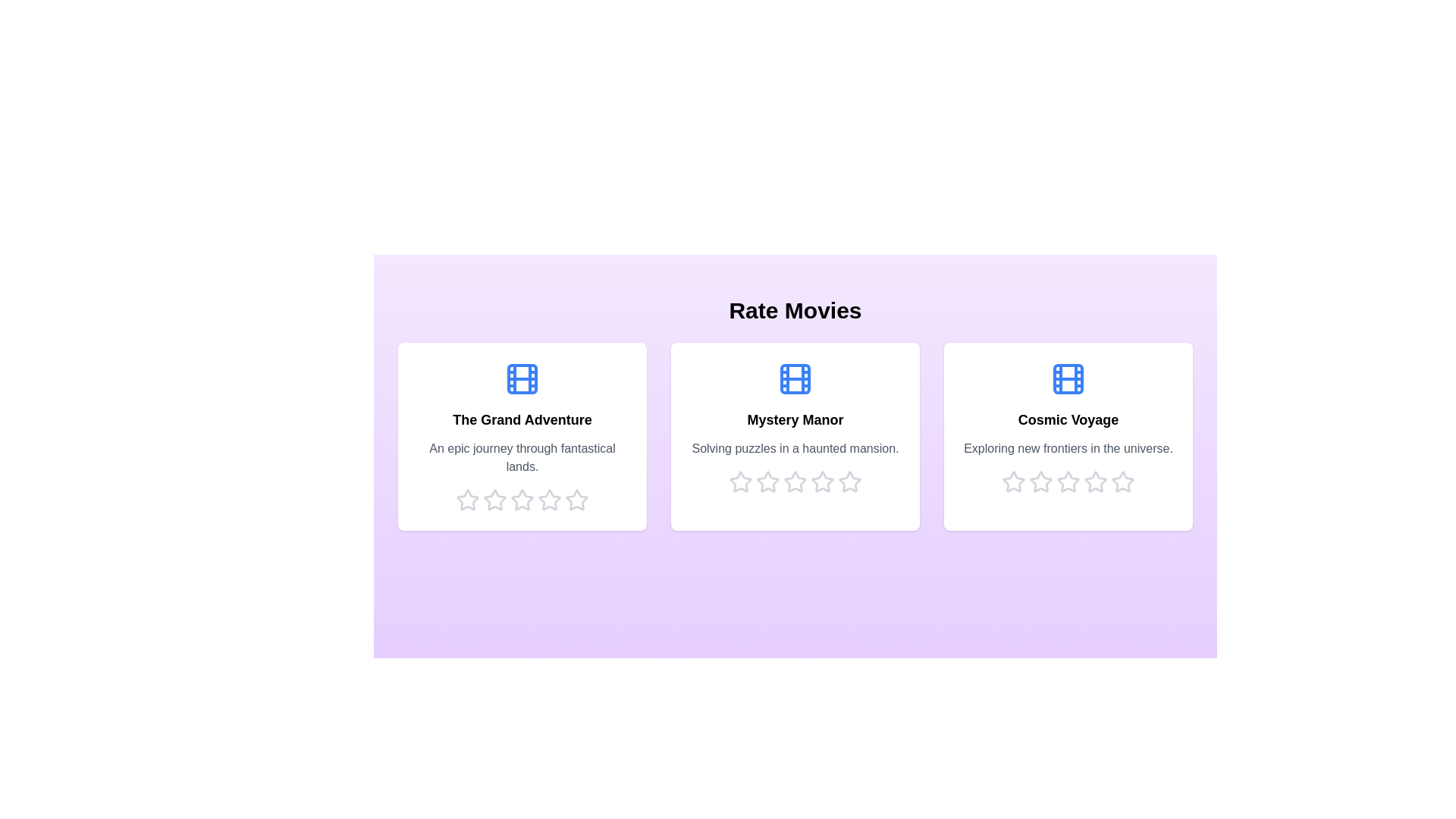  I want to click on the movie card titled 'Mystery Manor' to view its hover effect, so click(795, 436).